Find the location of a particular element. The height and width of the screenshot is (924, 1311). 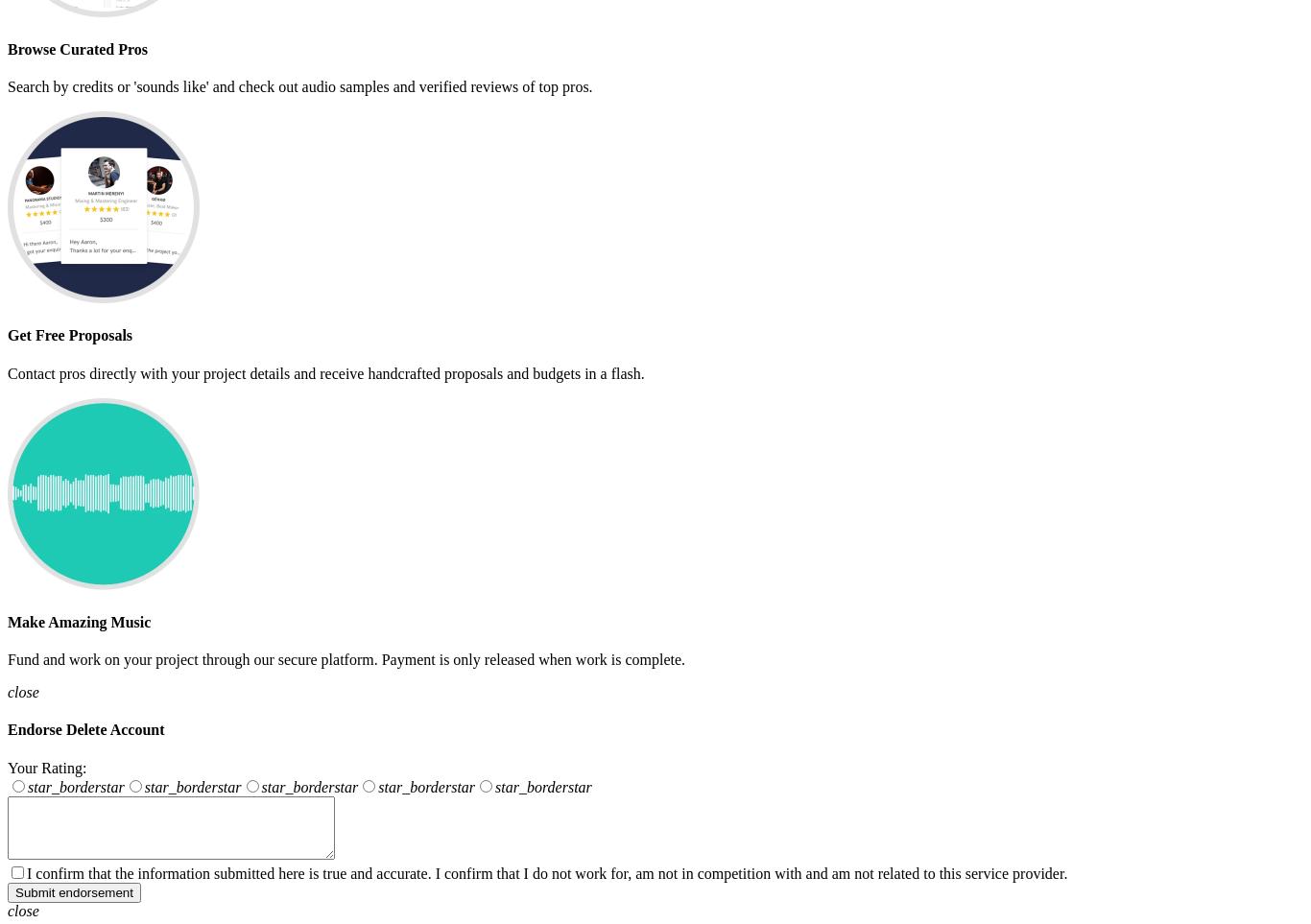

'Browse Curated Pros' is located at coordinates (8, 48).